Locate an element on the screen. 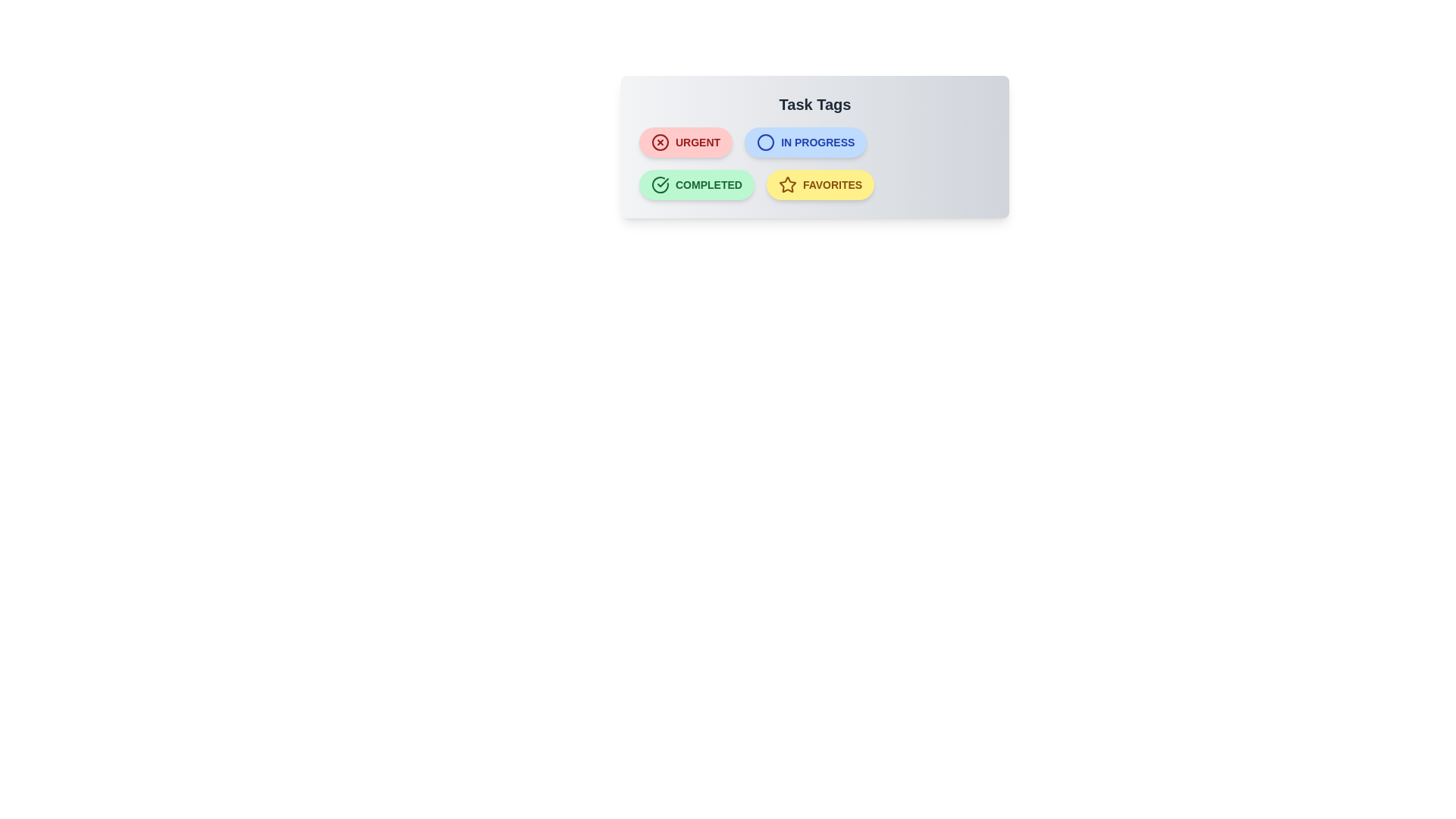 The image size is (1456, 819). the tag In Progress is located at coordinates (804, 143).